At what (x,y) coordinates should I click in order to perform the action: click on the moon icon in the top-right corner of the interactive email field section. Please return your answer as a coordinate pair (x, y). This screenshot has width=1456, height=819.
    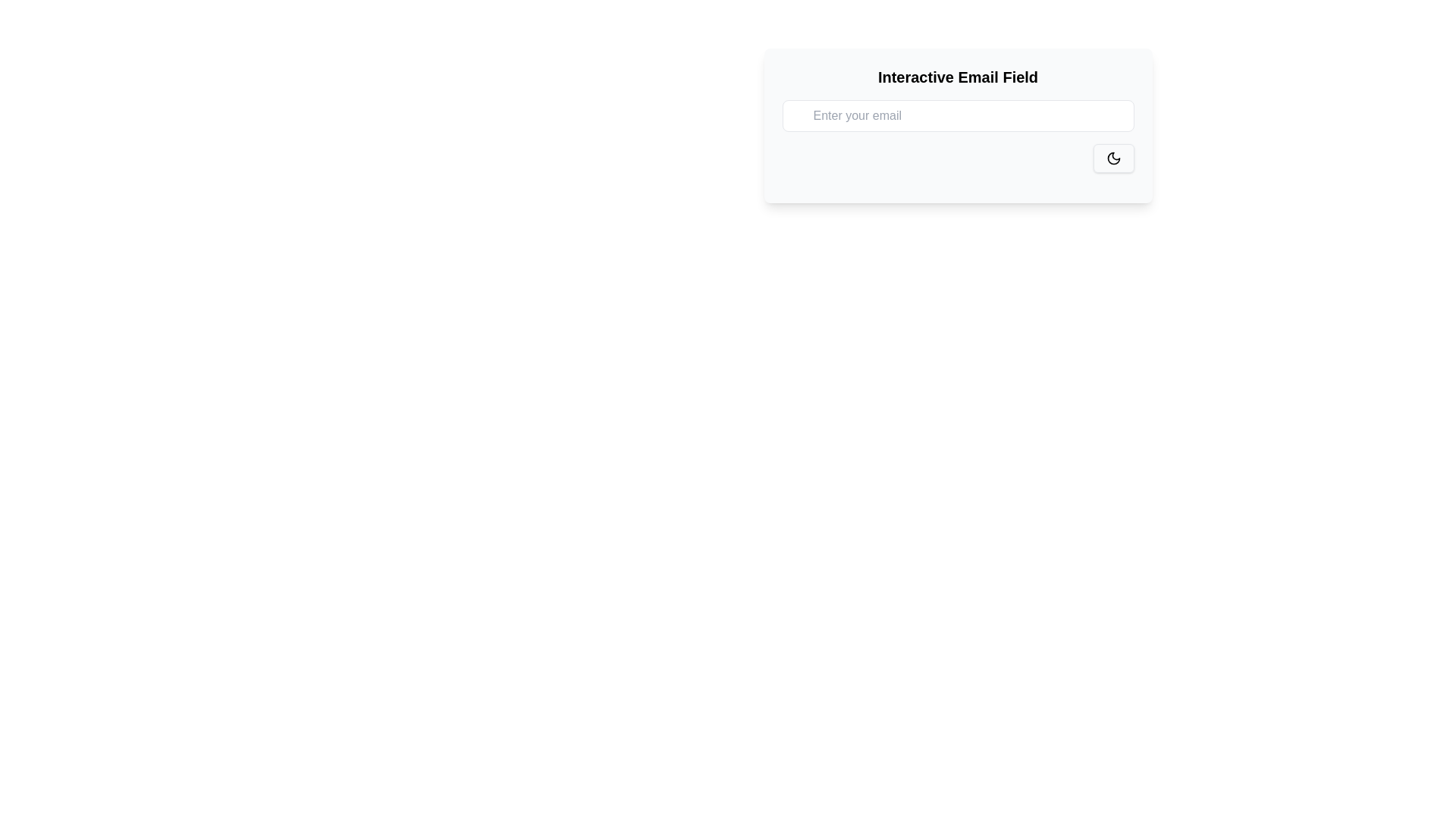
    Looking at the image, I should click on (1113, 158).